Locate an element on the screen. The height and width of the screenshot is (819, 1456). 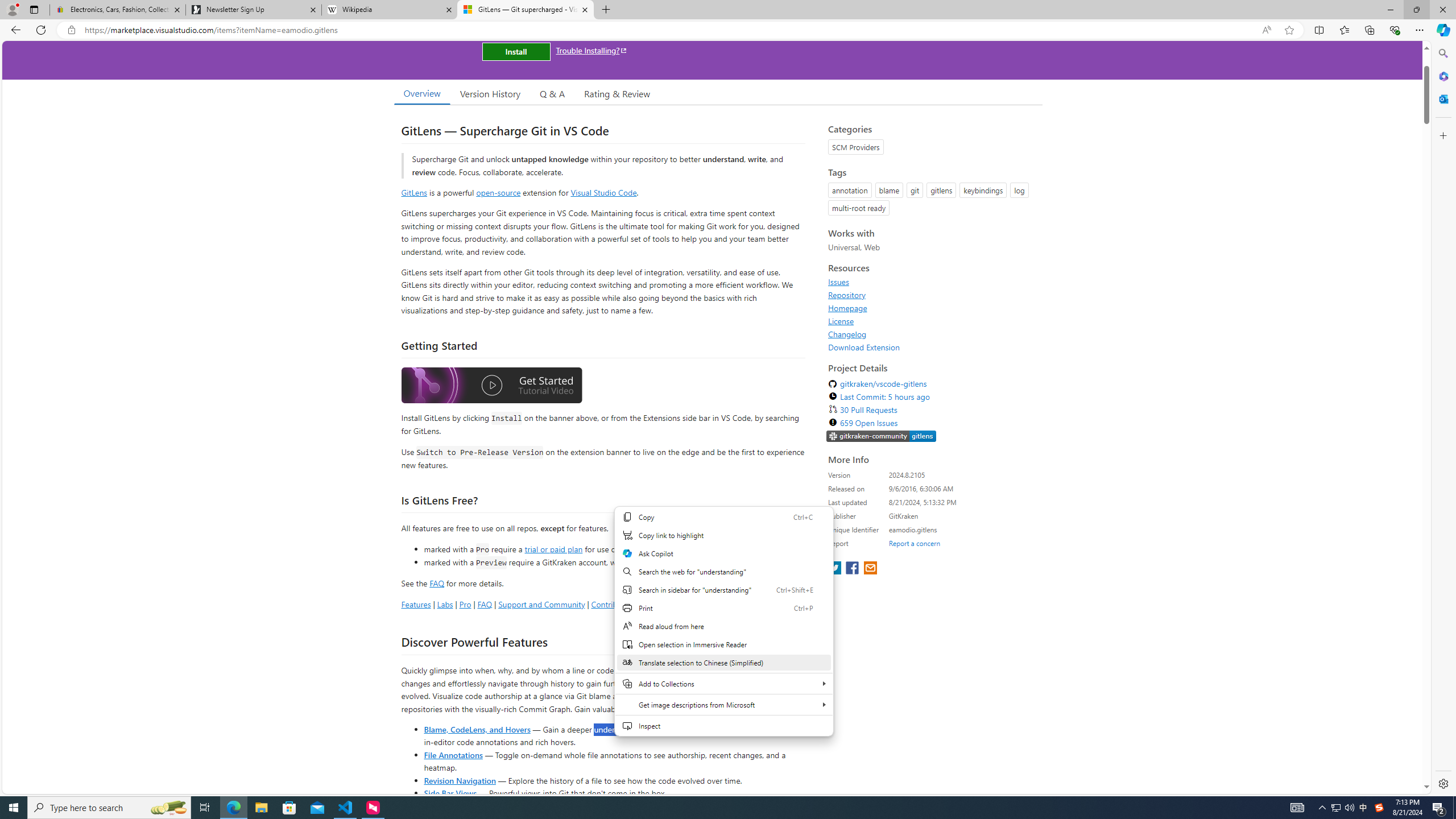
'trial or paid plan' is located at coordinates (552, 548).